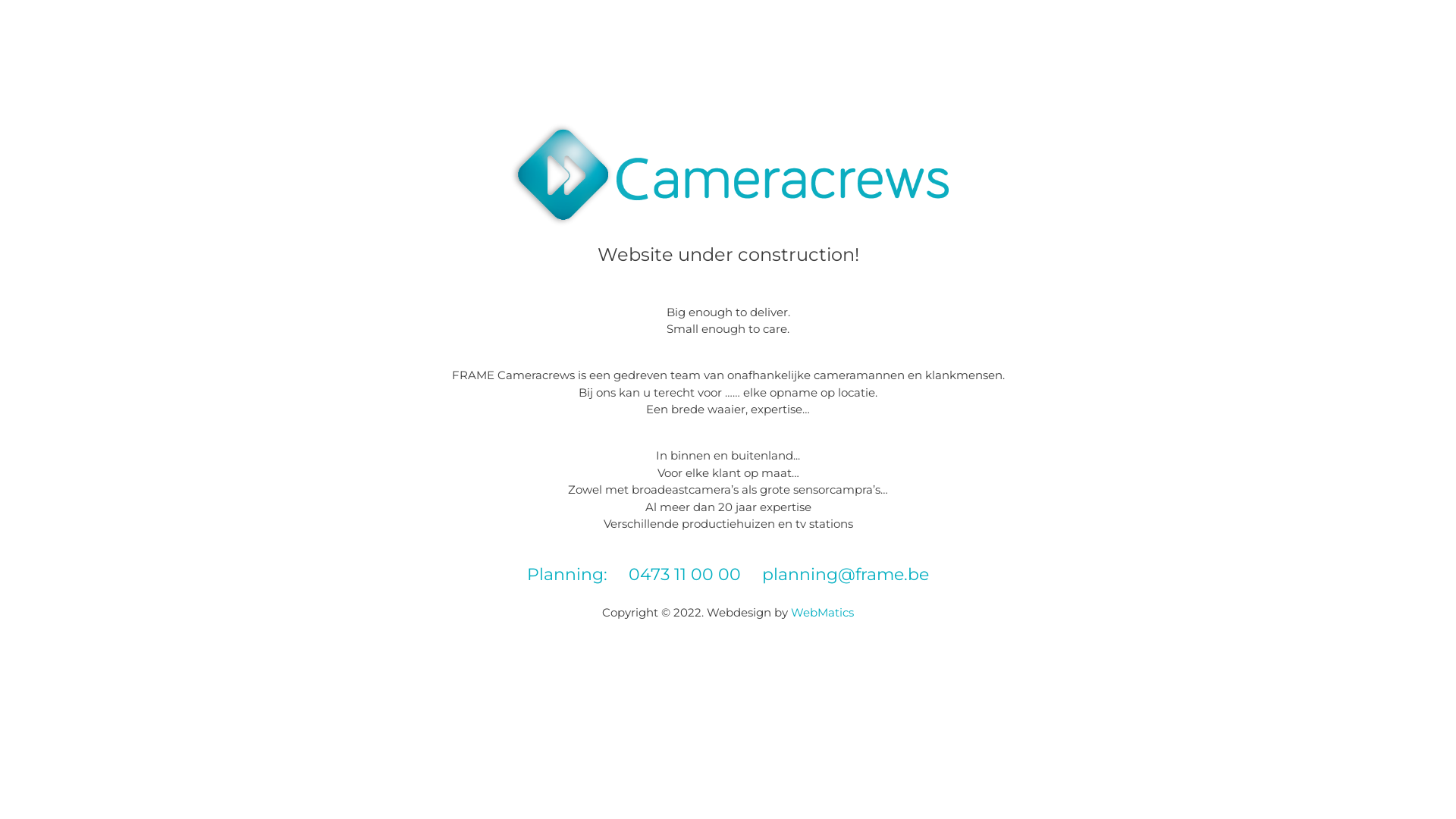 Image resolution: width=1456 pixels, height=819 pixels. Describe the element at coordinates (821, 611) in the screenshot. I see `'WebMatics'` at that location.